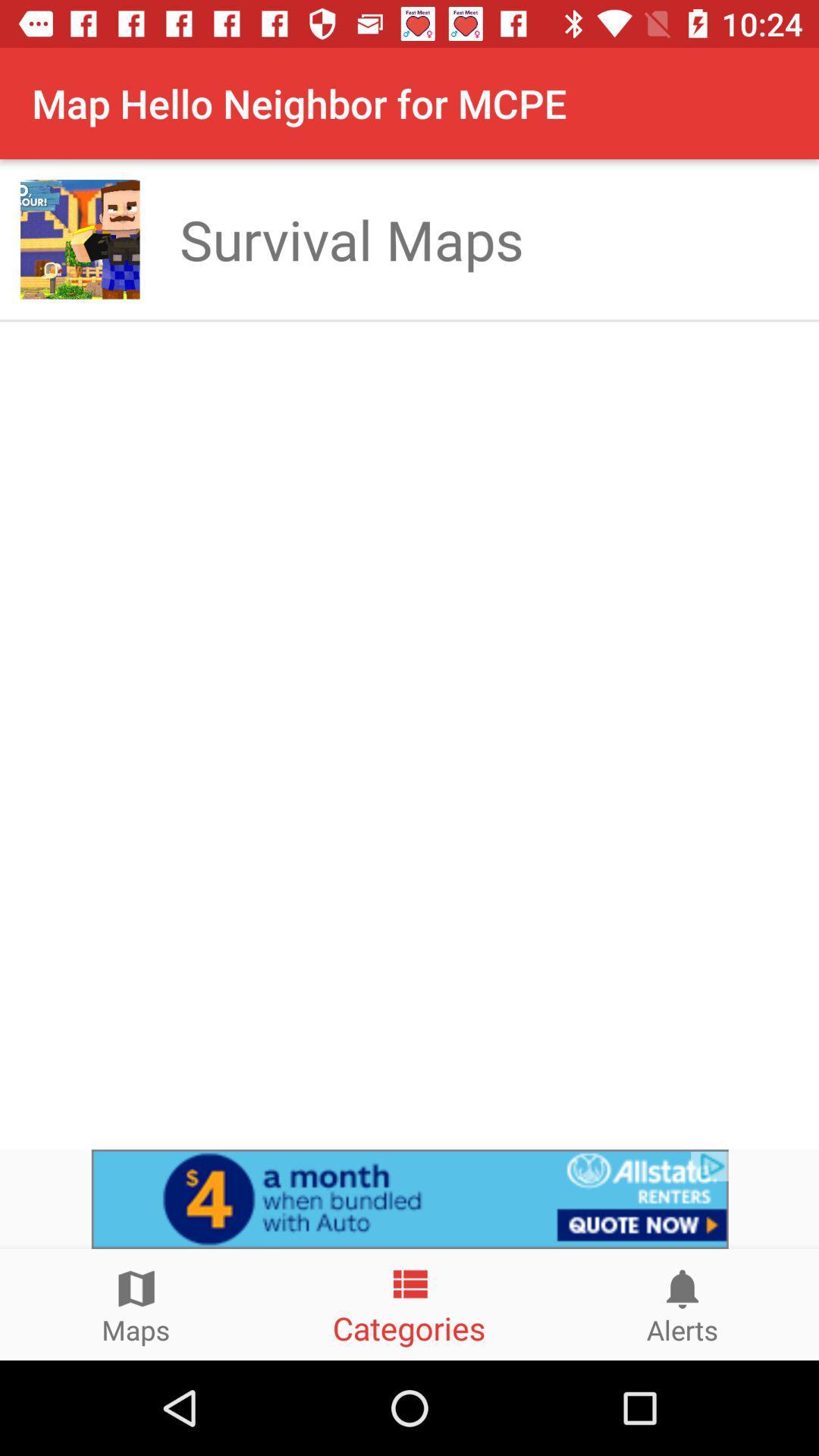  I want to click on display advertisement, so click(409, 1198).